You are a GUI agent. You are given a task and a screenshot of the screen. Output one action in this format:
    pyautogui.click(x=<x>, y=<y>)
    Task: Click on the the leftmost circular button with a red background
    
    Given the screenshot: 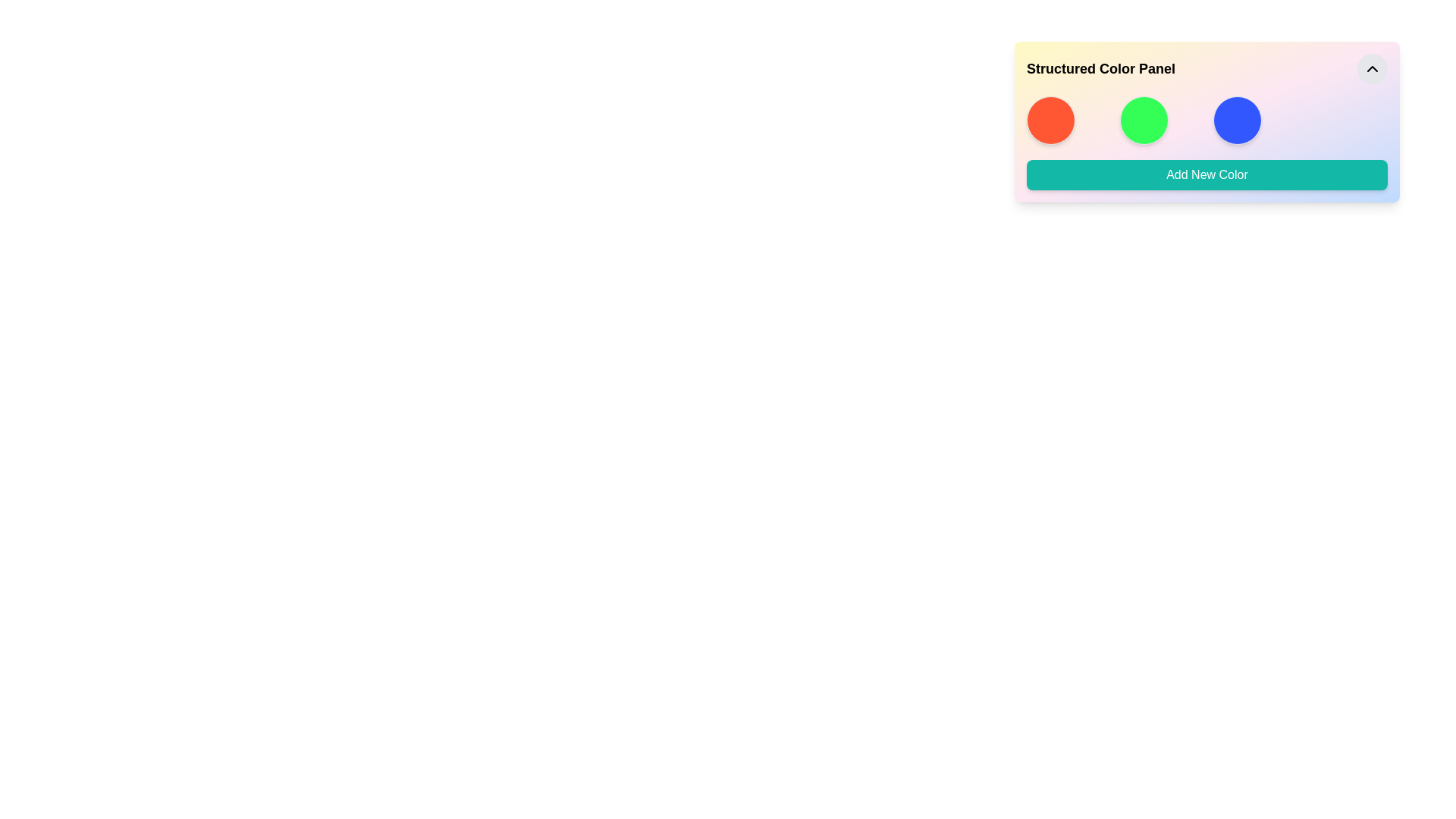 What is the action you would take?
    pyautogui.click(x=1050, y=119)
    